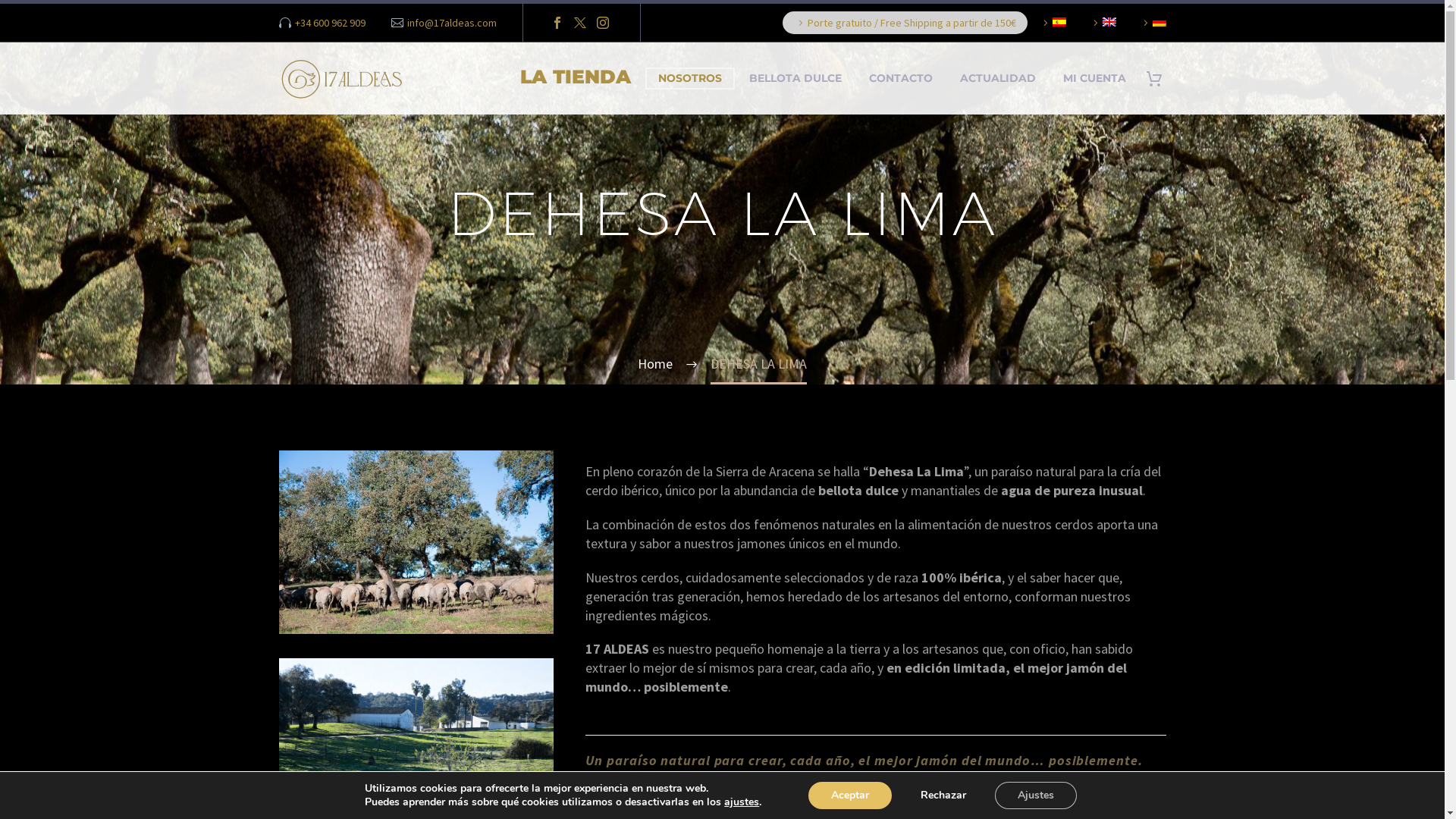  What do you see at coordinates (807, 795) in the screenshot?
I see `'Aceptar'` at bounding box center [807, 795].